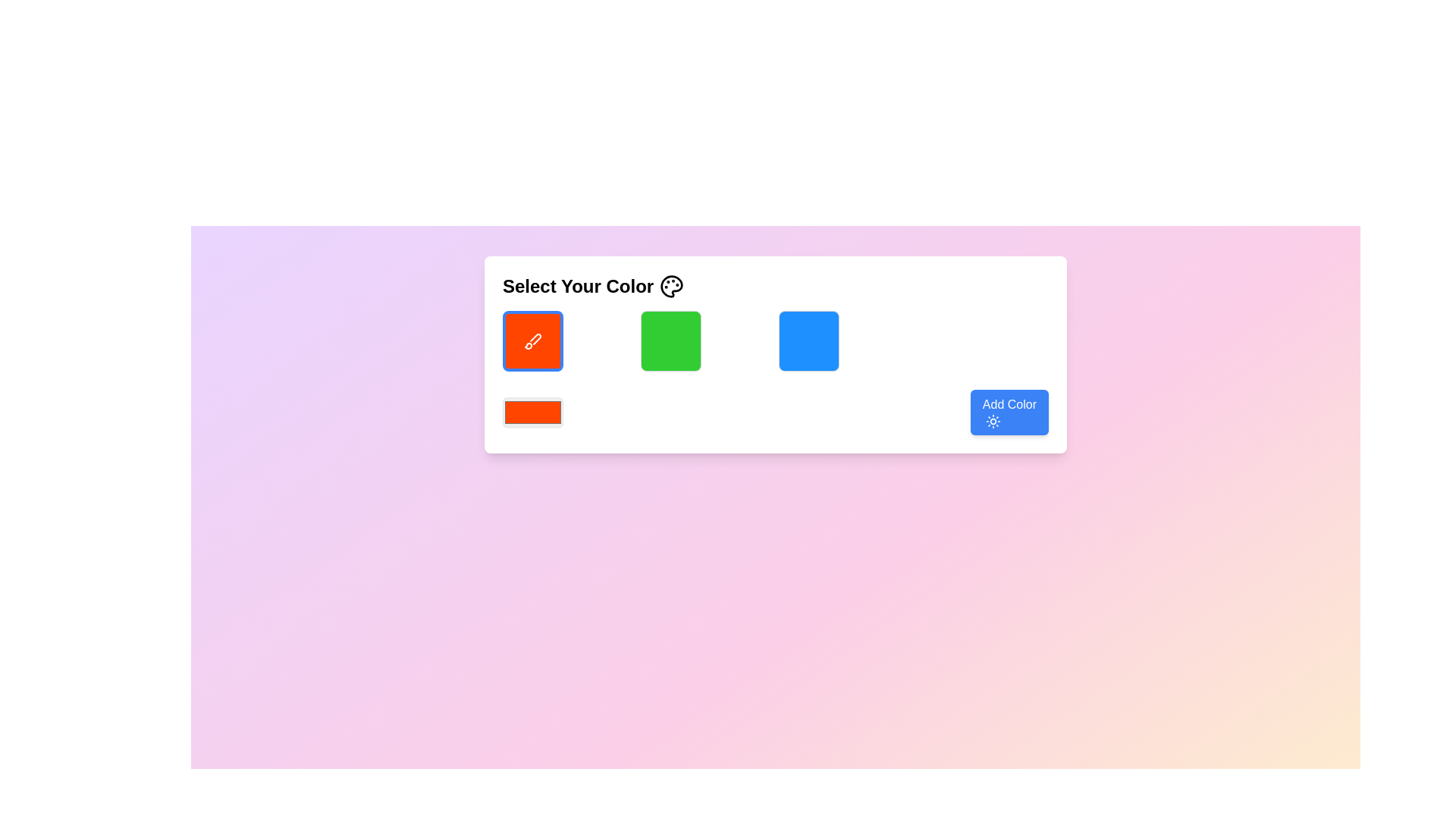  Describe the element at coordinates (671, 287) in the screenshot. I see `the color-picking icon located in the top-right corner of the white rectangular card next to the 'Select Your Color' text` at that location.